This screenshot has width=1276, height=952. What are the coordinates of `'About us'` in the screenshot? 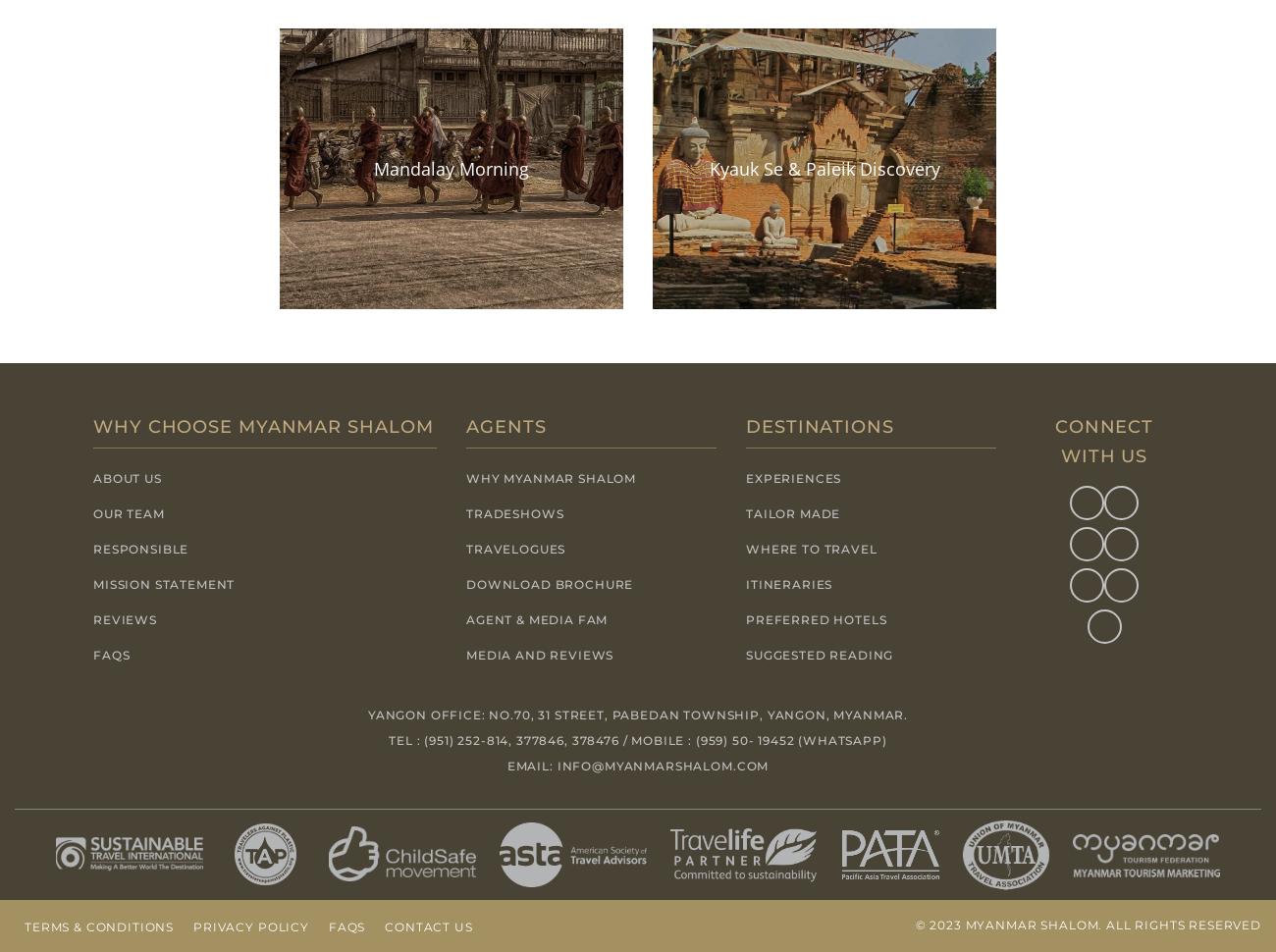 It's located at (93, 477).